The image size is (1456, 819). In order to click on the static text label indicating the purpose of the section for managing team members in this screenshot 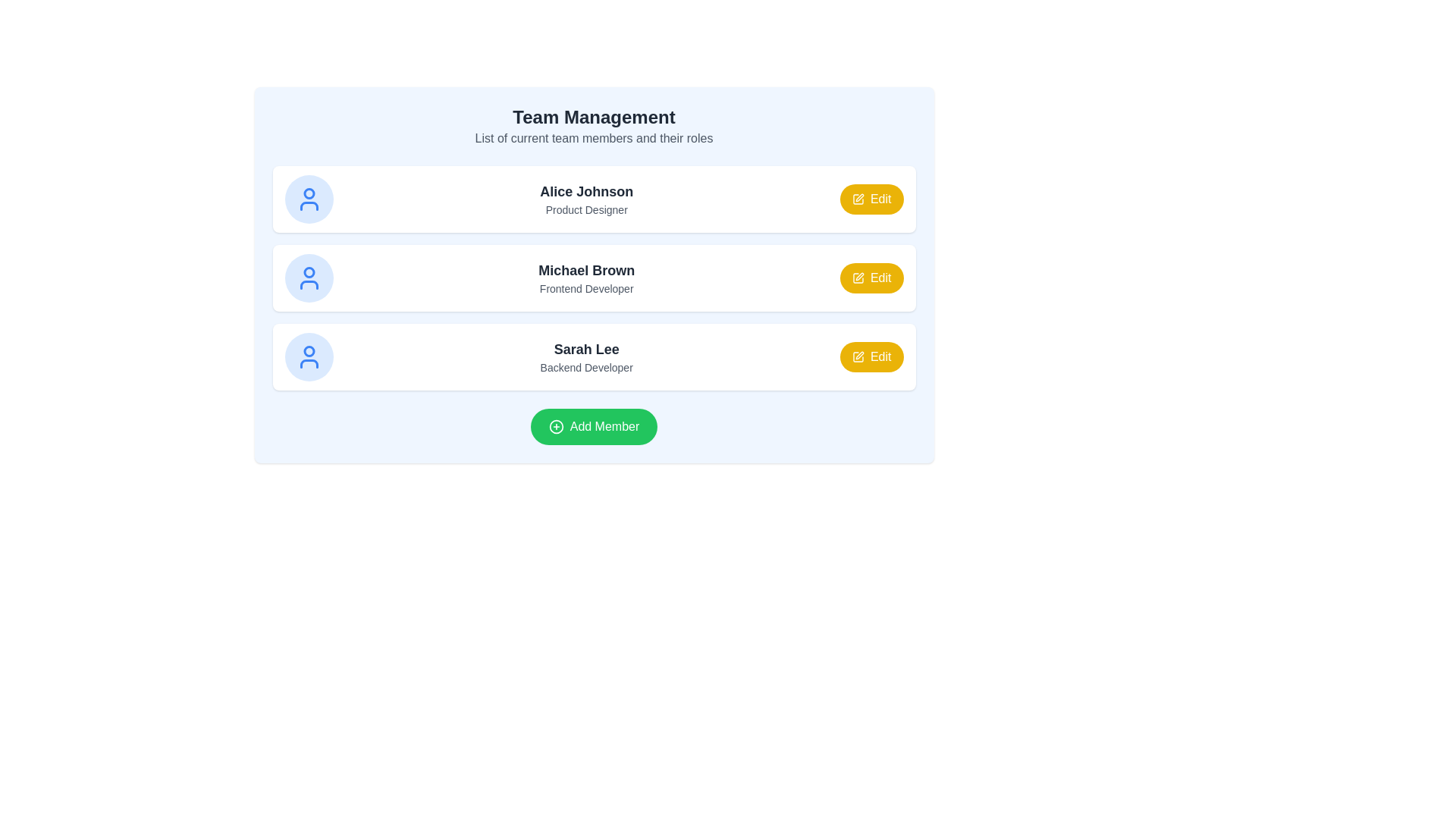, I will do `click(593, 116)`.